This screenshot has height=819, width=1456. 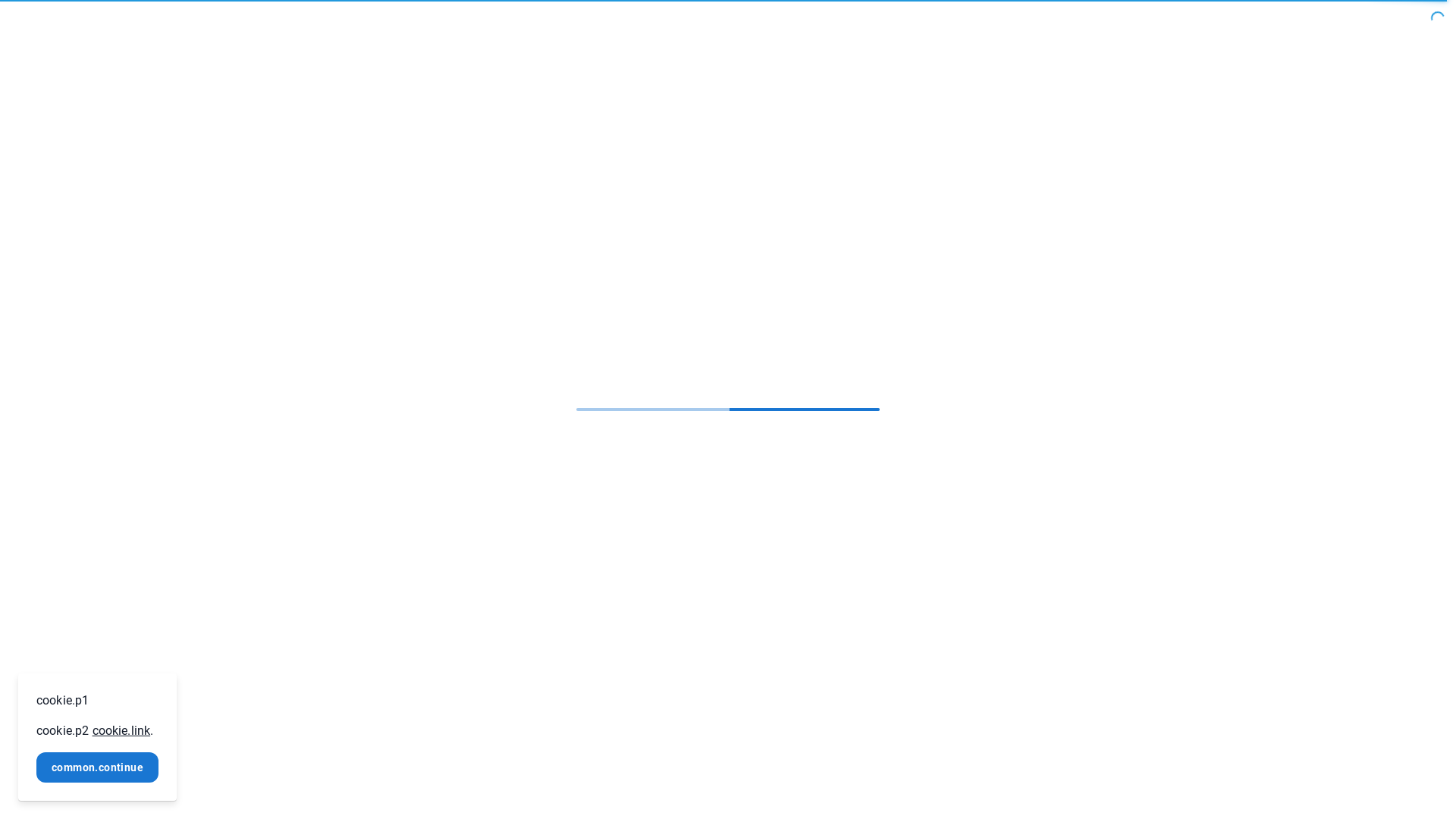 I want to click on 'common.continue', so click(x=96, y=767).